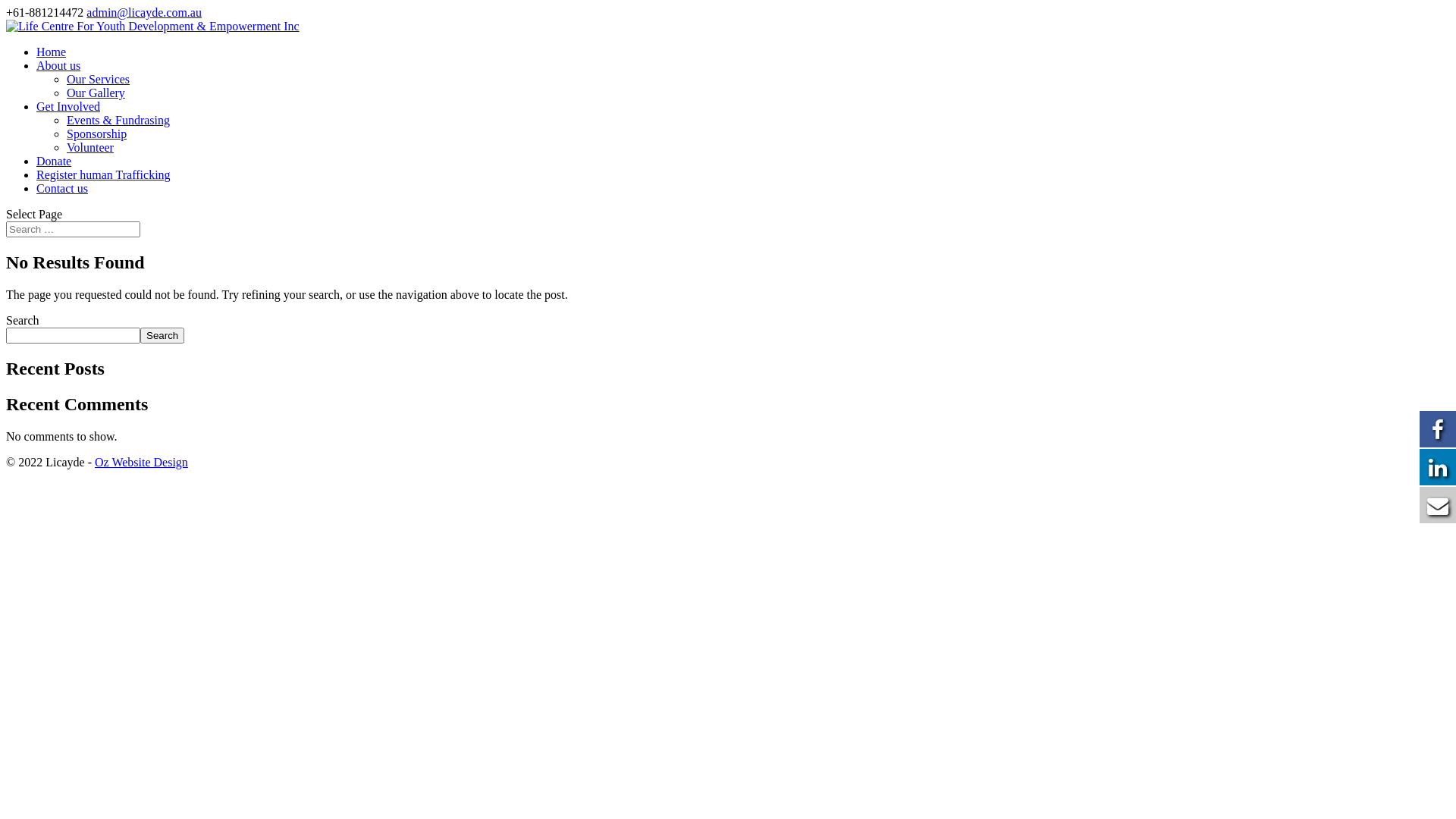  I want to click on 'About us', so click(58, 64).